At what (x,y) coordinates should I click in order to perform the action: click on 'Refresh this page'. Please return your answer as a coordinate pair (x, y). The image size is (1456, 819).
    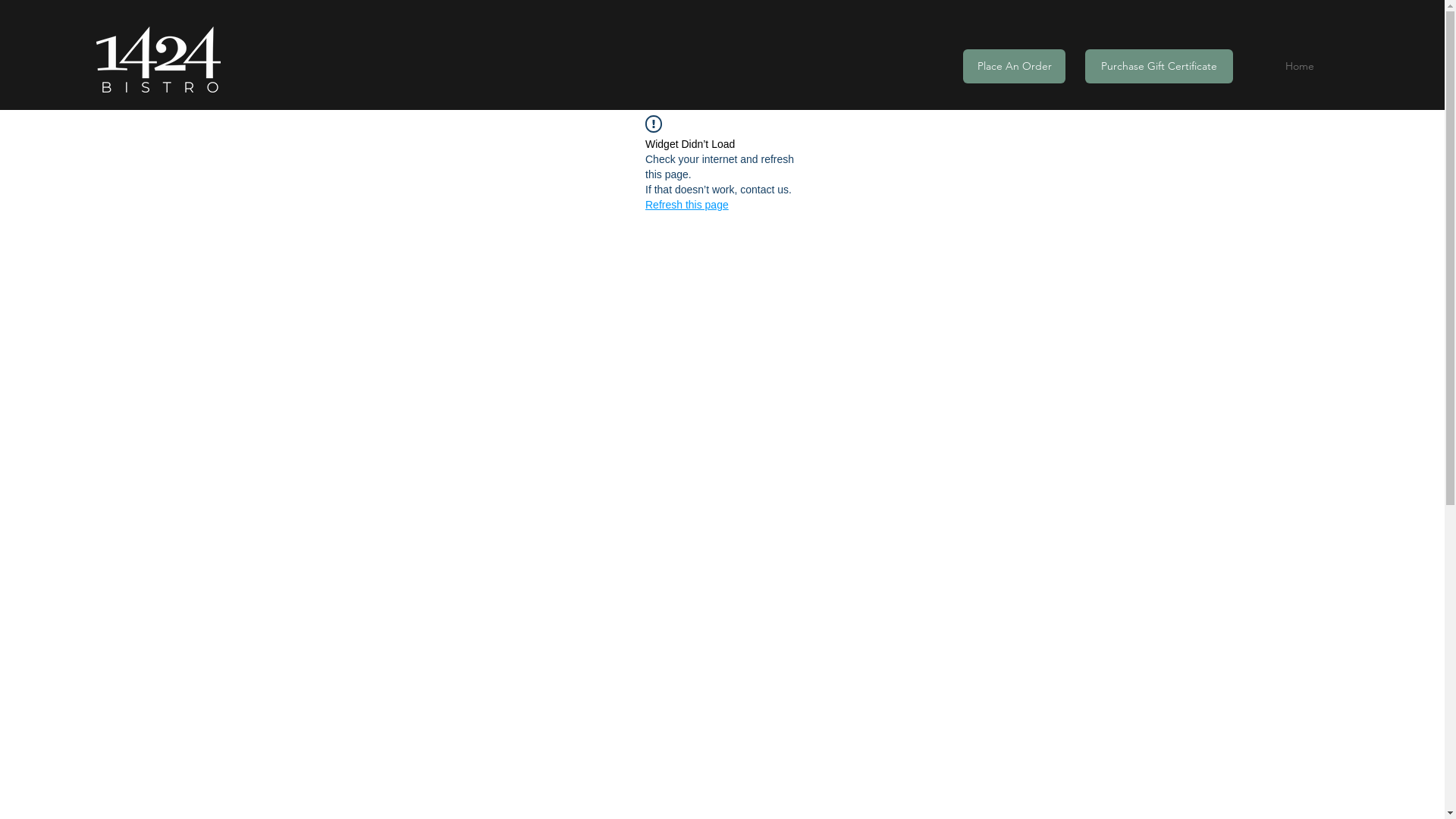
    Looking at the image, I should click on (645, 205).